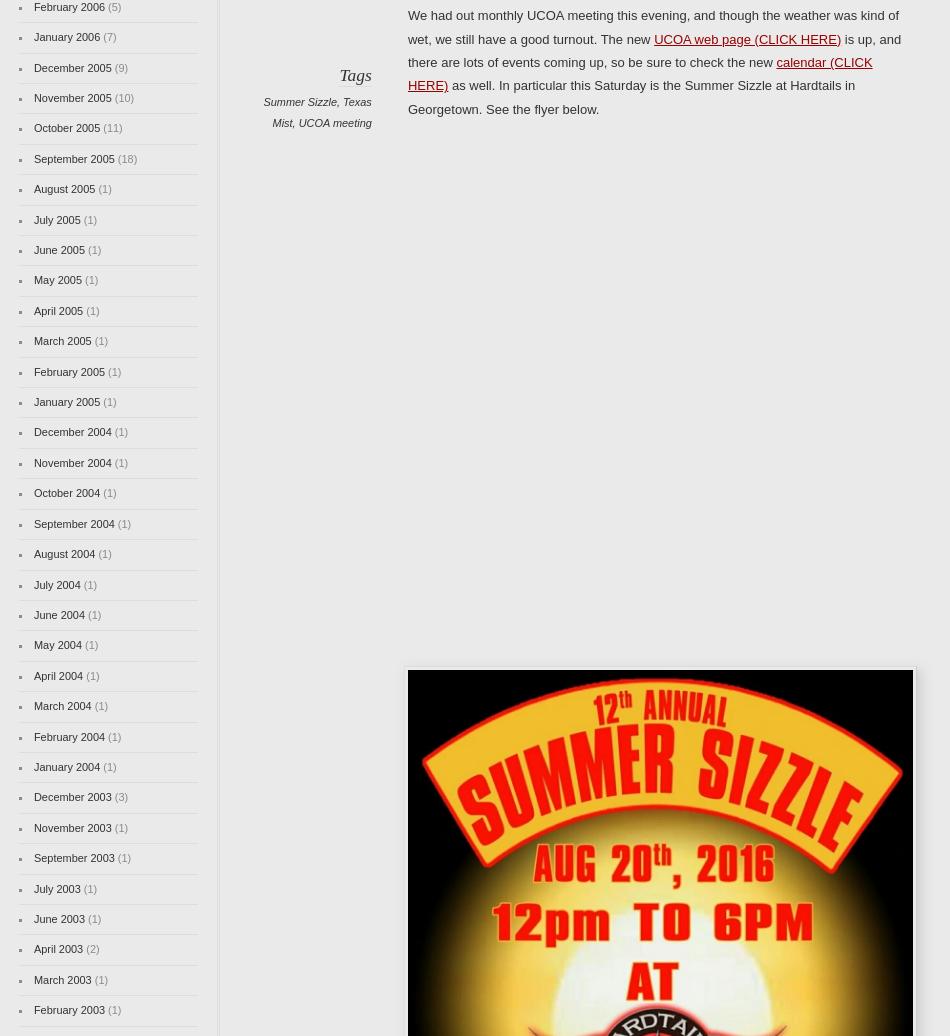 Image resolution: width=950 pixels, height=1036 pixels. Describe the element at coordinates (122, 98) in the screenshot. I see `'(10)'` at that location.